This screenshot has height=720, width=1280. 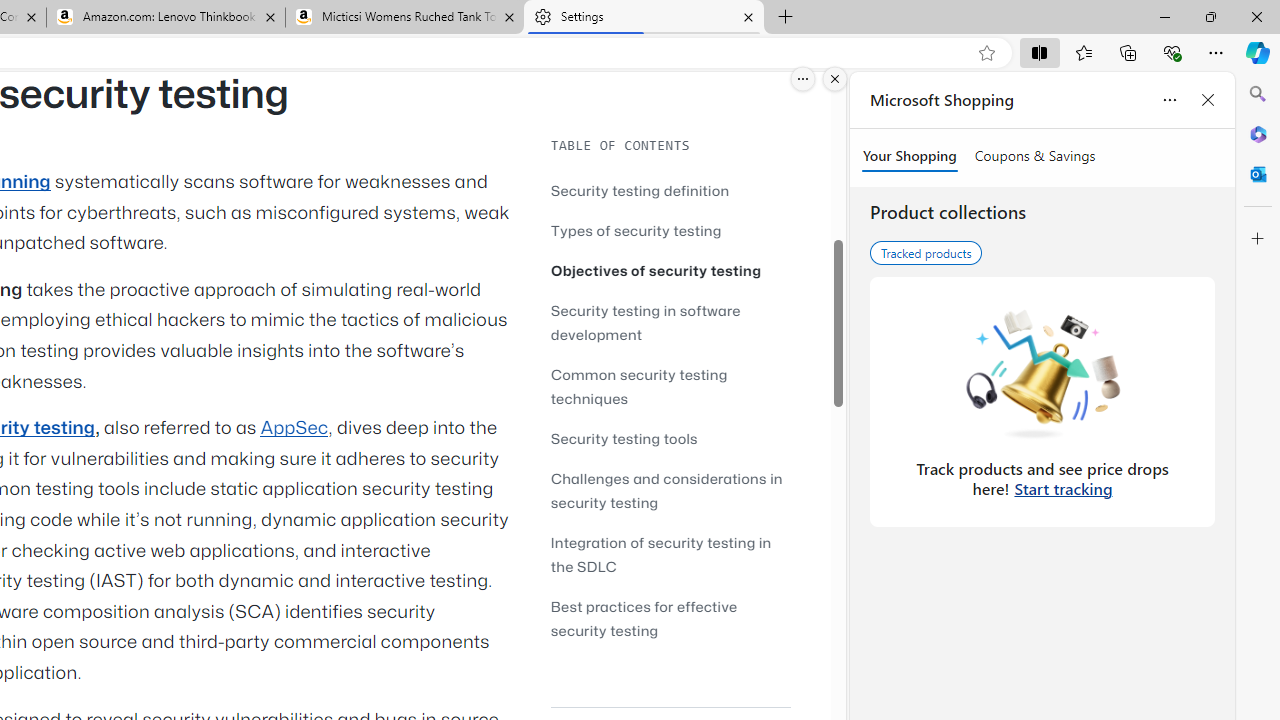 I want to click on 'Favorites', so click(x=1082, y=51).